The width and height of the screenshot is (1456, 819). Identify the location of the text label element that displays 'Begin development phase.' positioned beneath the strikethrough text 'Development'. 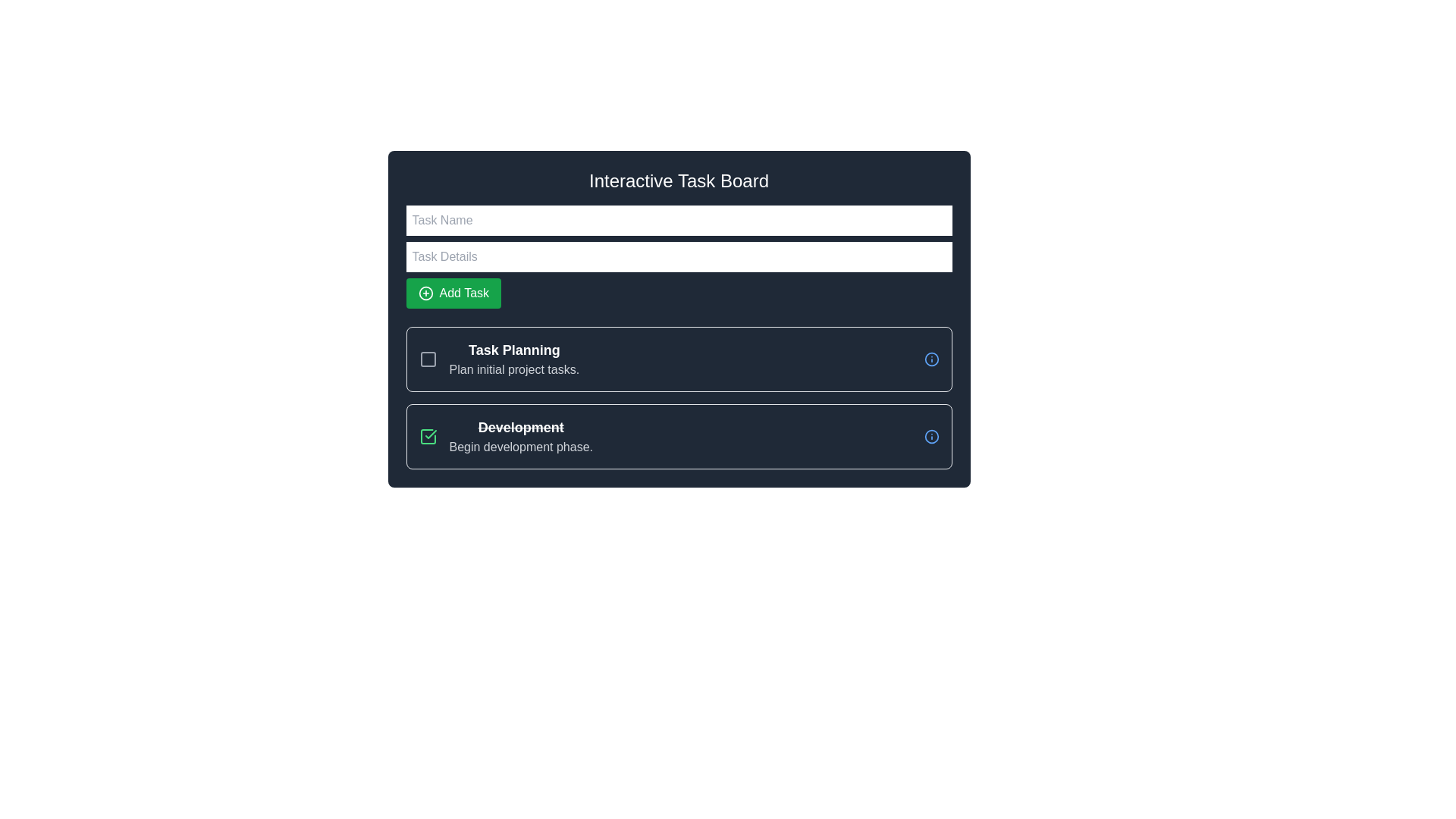
(521, 447).